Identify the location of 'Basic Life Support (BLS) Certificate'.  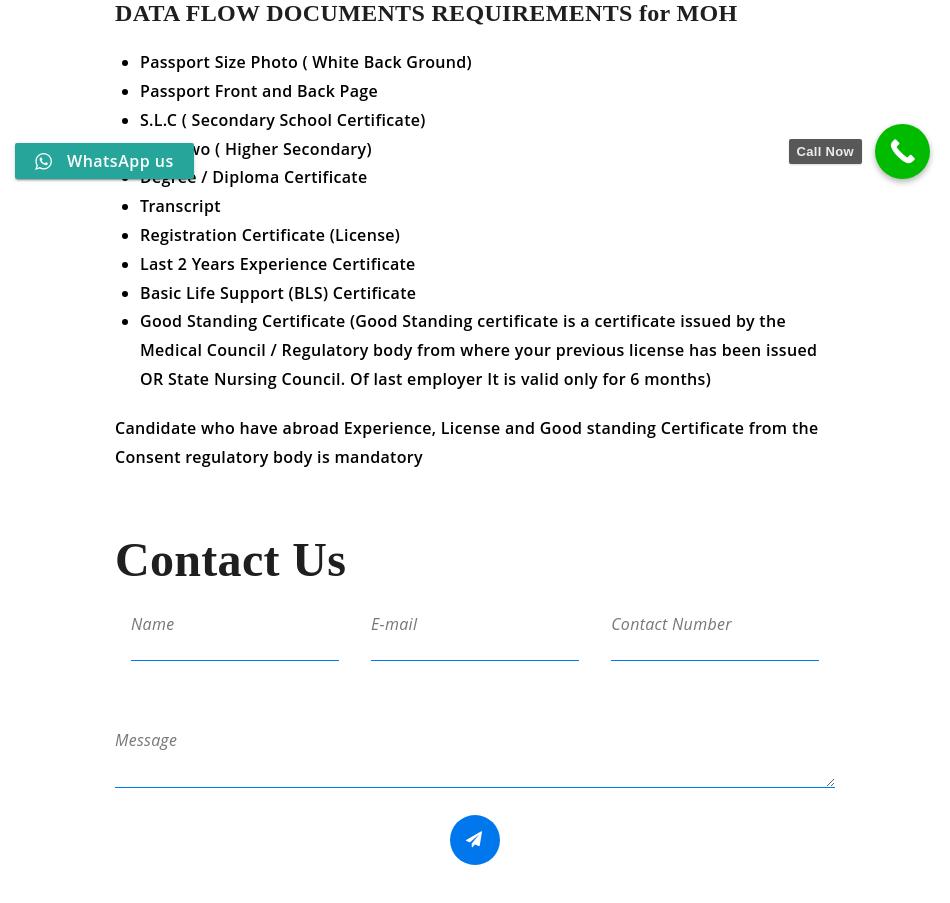
(140, 304).